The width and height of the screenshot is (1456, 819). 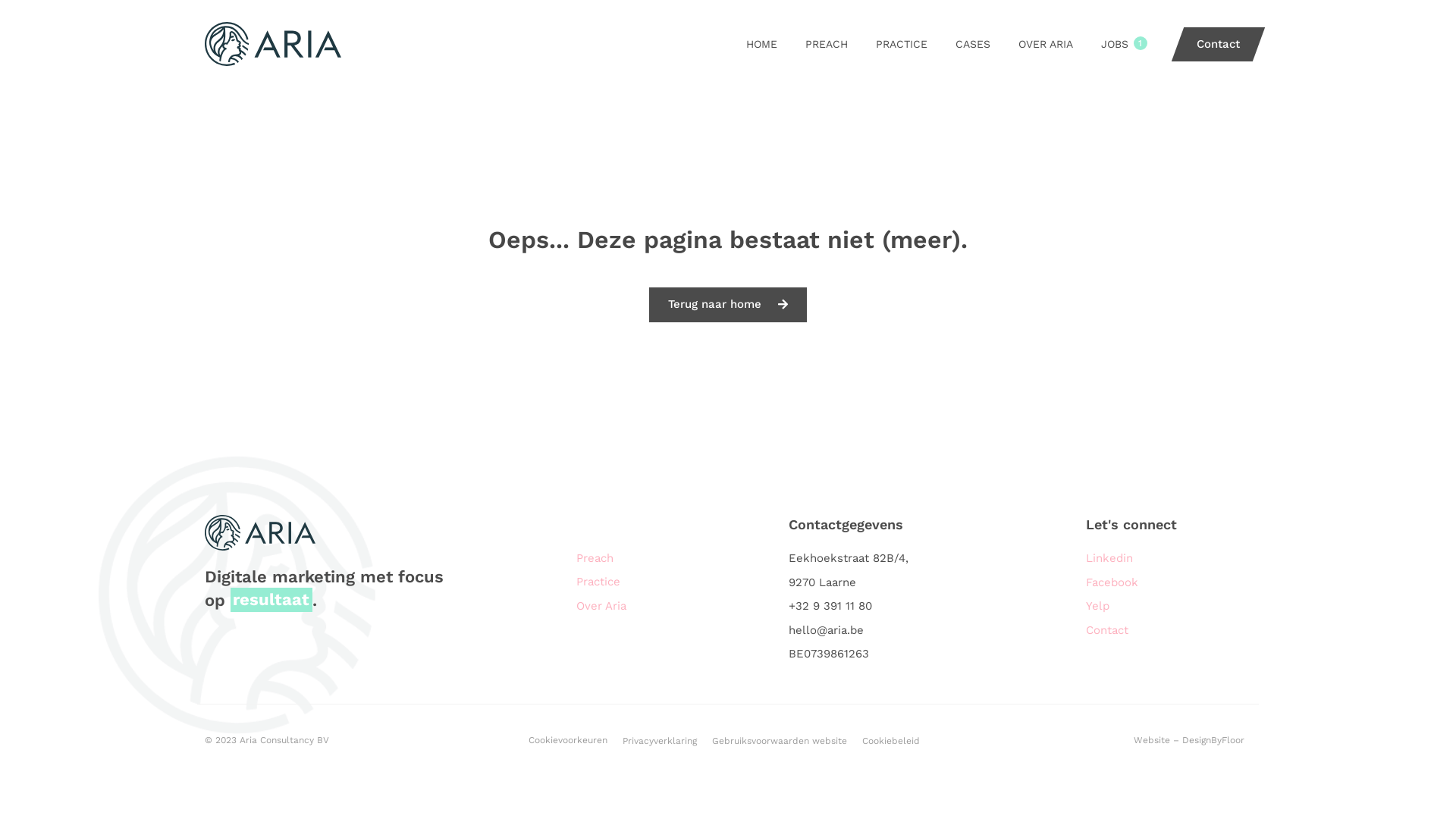 What do you see at coordinates (891, 739) in the screenshot?
I see `'Cookiebeleid'` at bounding box center [891, 739].